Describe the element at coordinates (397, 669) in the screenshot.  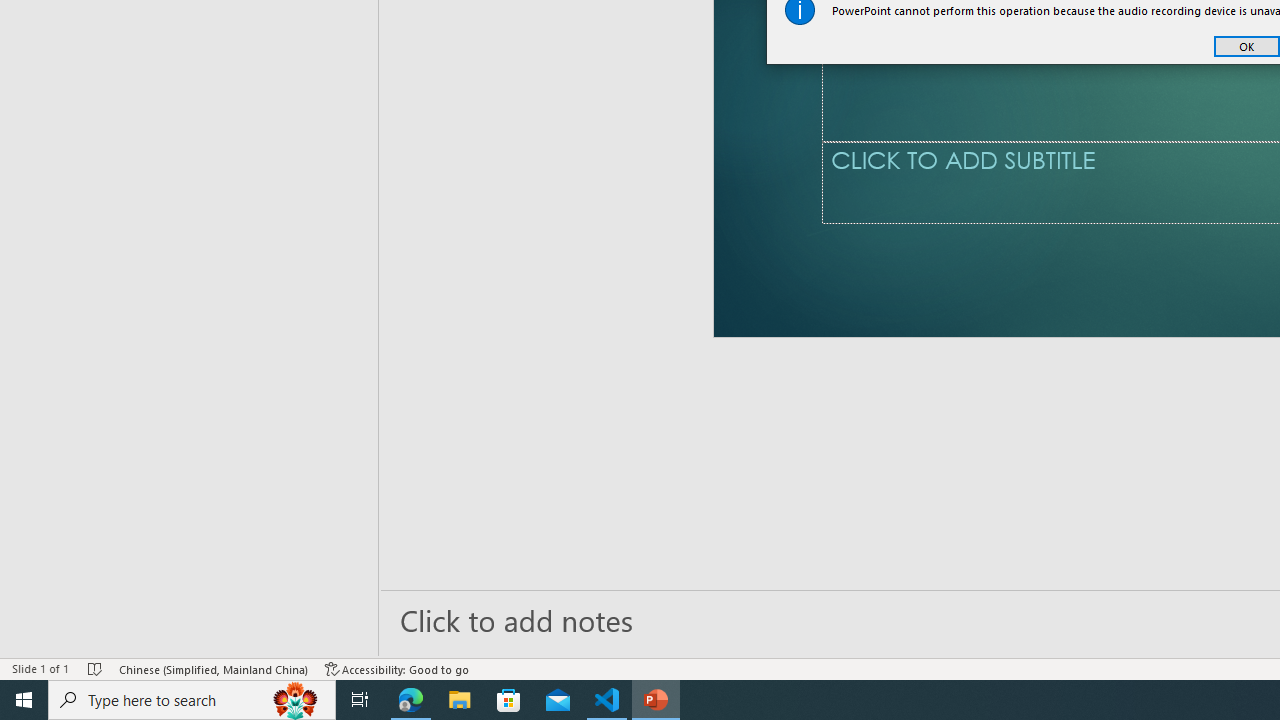
I see `'Accessibility Checker Accessibility: Good to go'` at that location.